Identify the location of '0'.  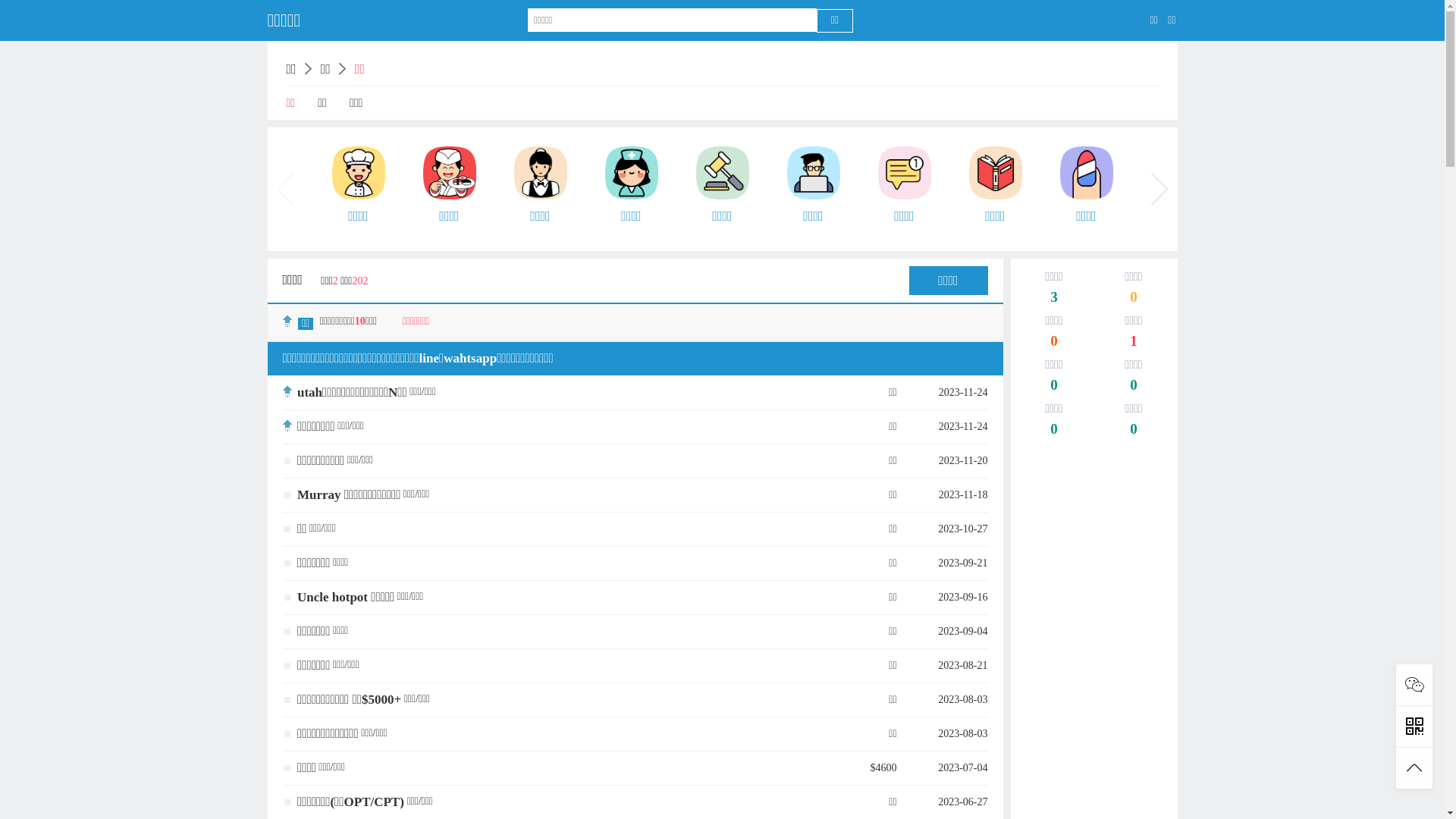
(1133, 385).